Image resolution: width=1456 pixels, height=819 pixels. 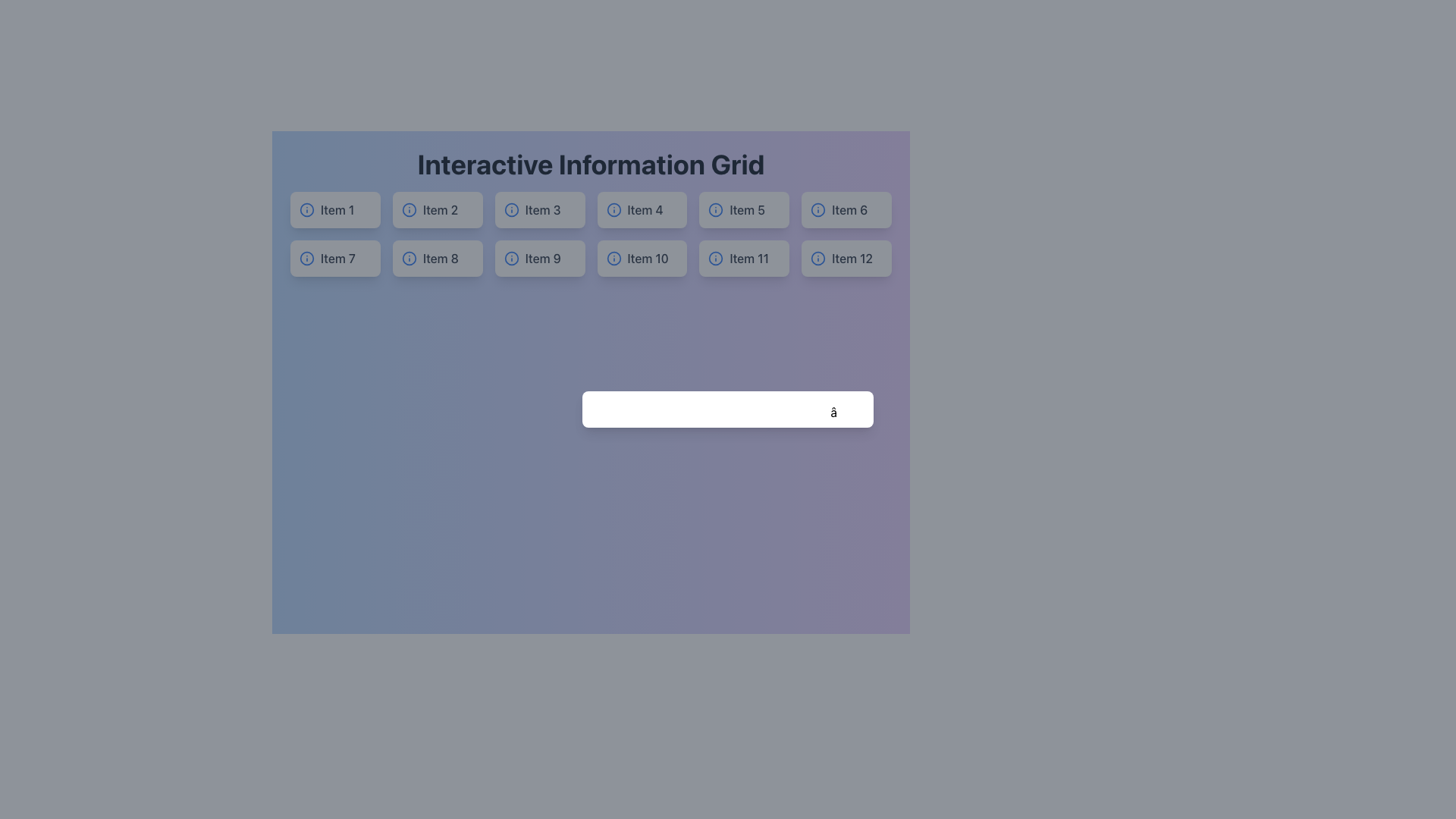 I want to click on the circular icon with an 'i' symbol next to the text label 'Item 7', so click(x=334, y=257).